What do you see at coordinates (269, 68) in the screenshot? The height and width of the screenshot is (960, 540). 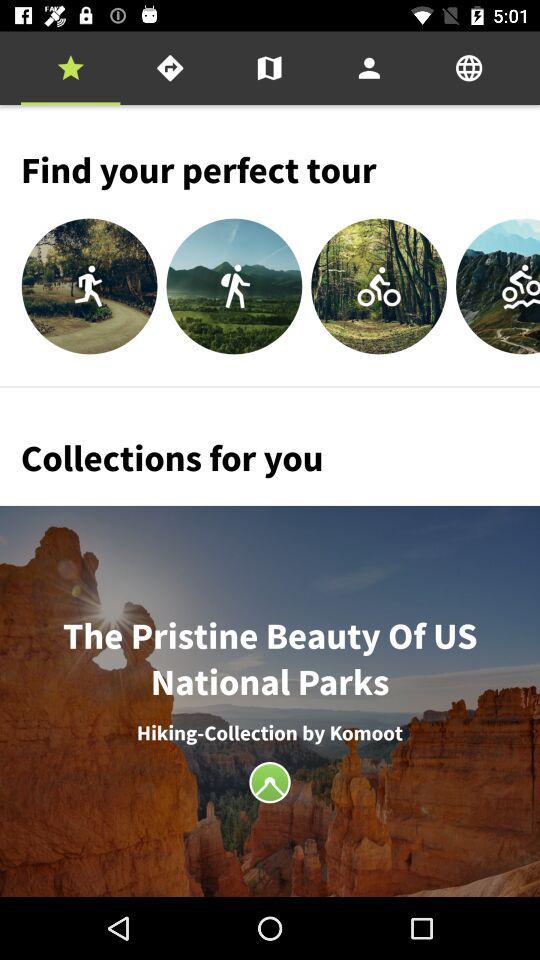 I see `the icon above find your perfect item` at bounding box center [269, 68].